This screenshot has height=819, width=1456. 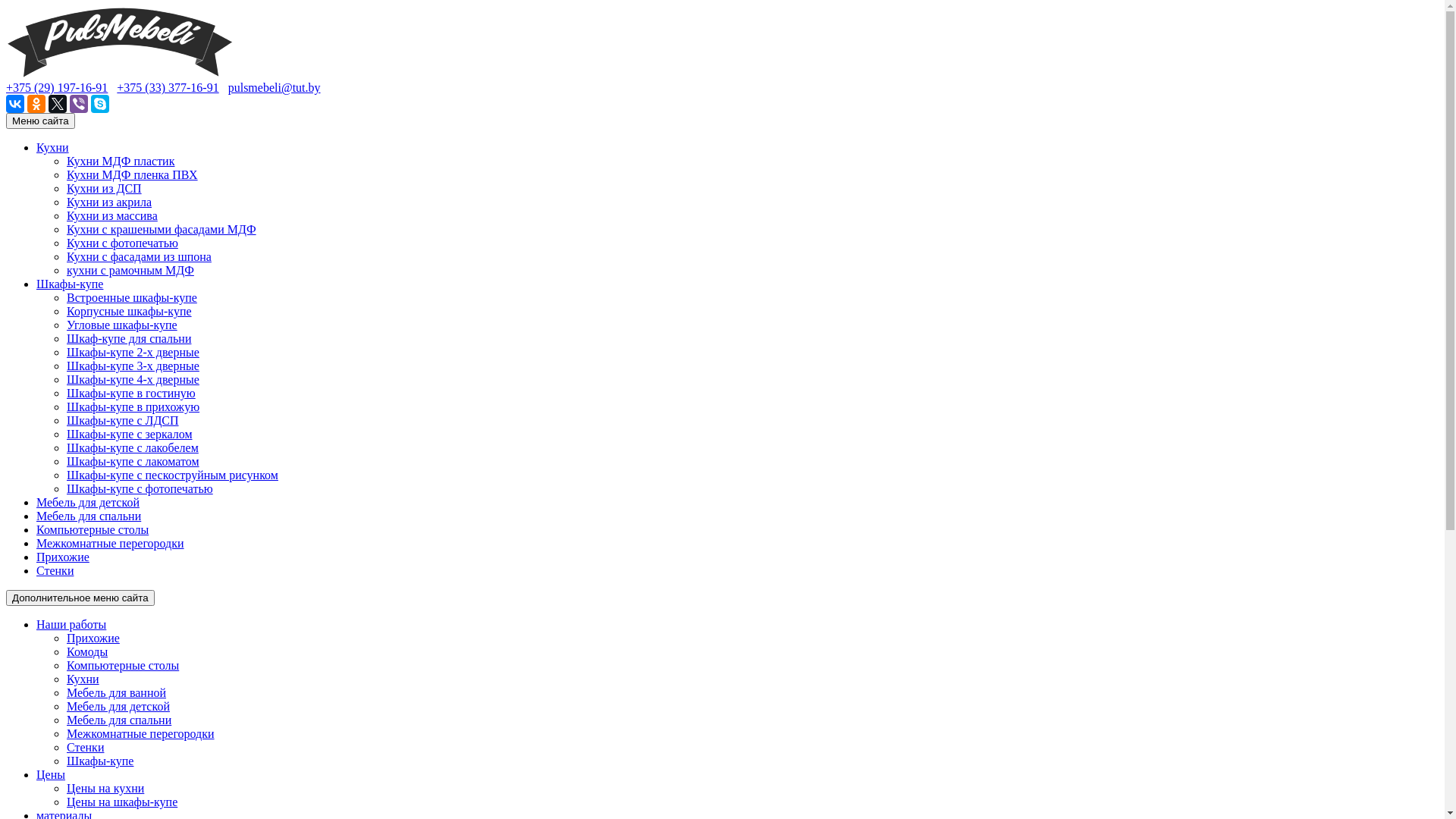 I want to click on '+375 (29) 197-16-91', so click(x=57, y=87).